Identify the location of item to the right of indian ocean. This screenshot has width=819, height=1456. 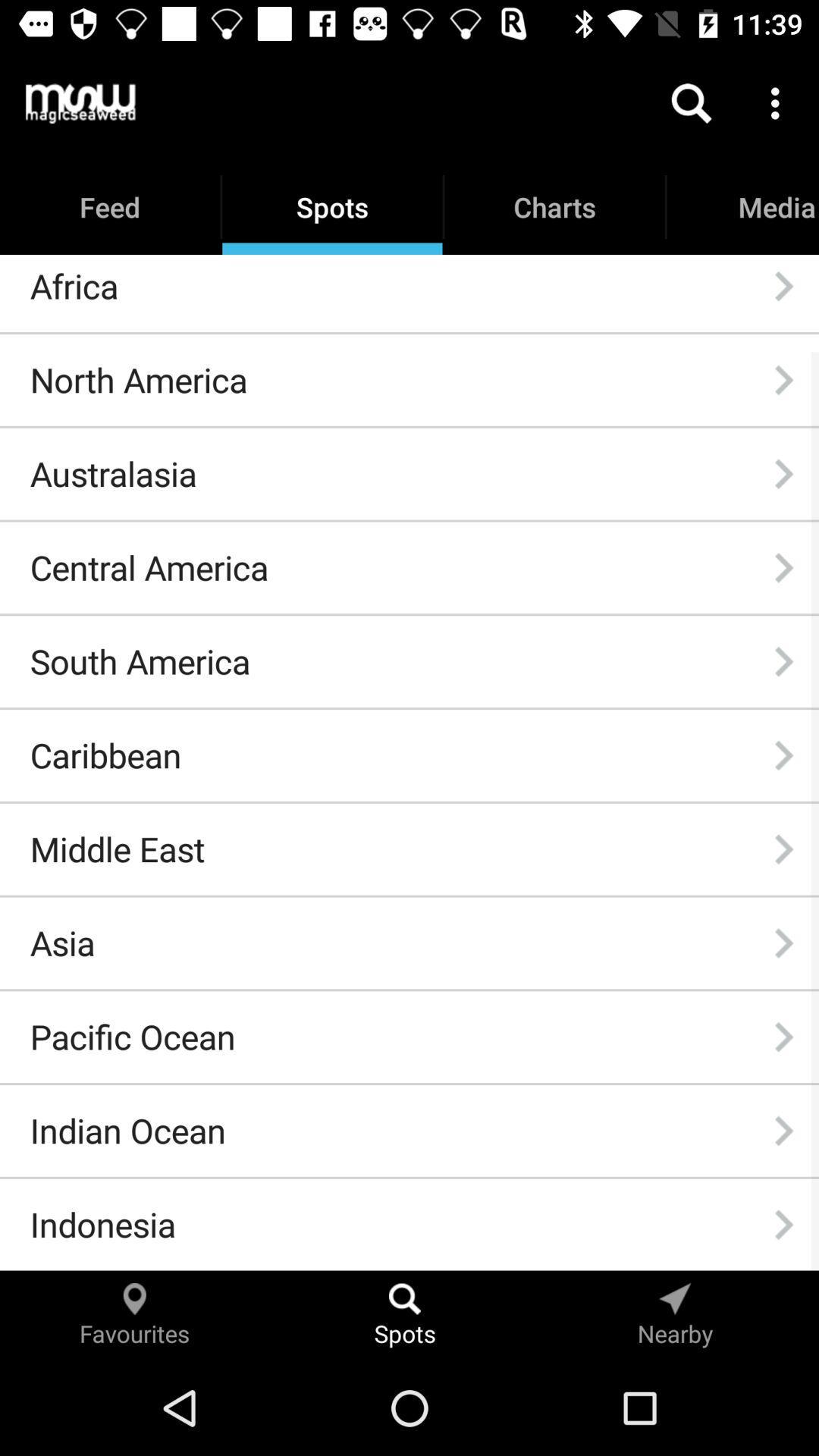
(783, 1131).